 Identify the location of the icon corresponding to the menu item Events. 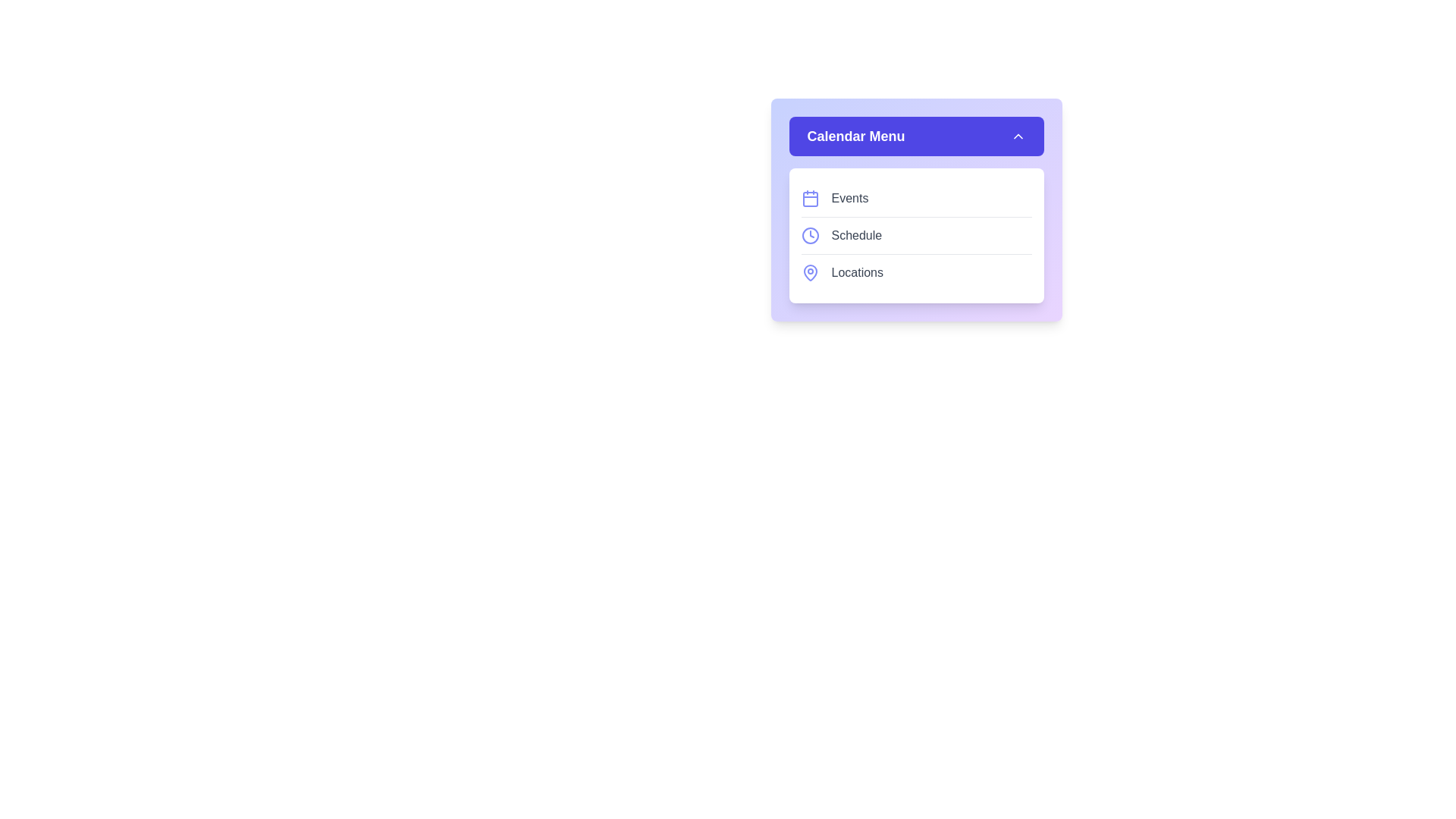
(809, 198).